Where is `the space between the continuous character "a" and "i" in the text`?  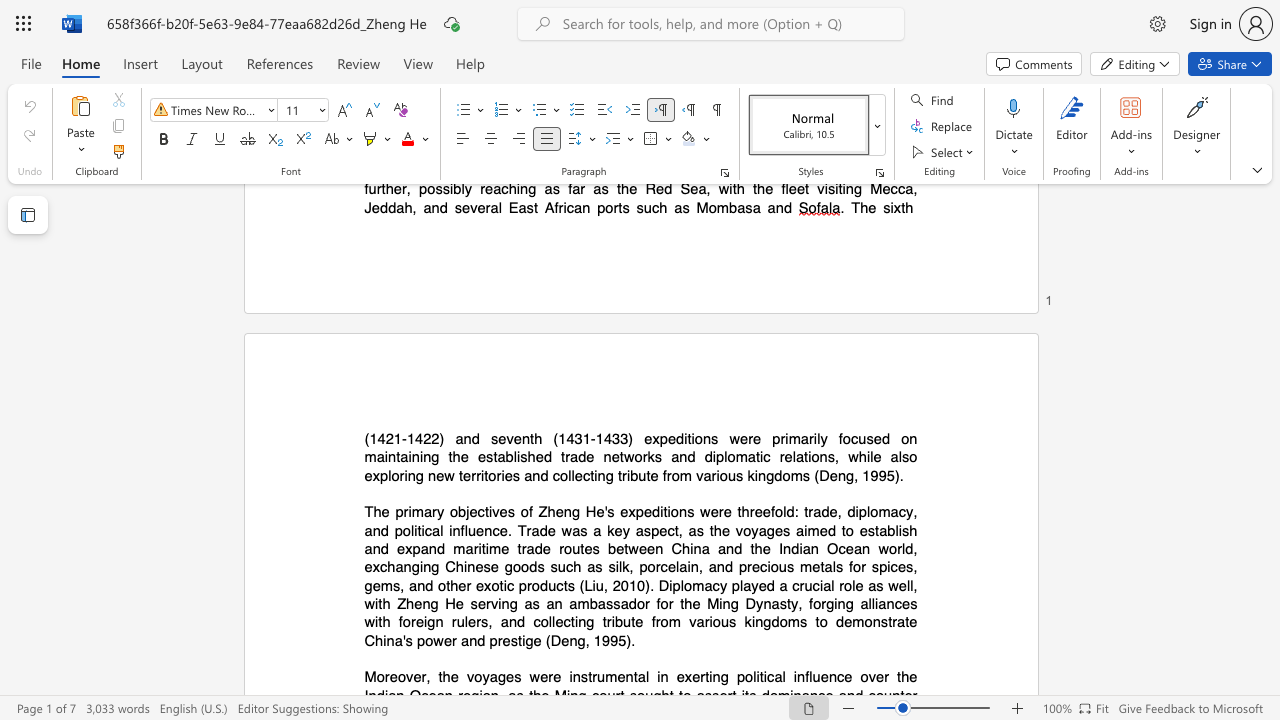
the space between the continuous character "a" and "i" in the text is located at coordinates (803, 529).